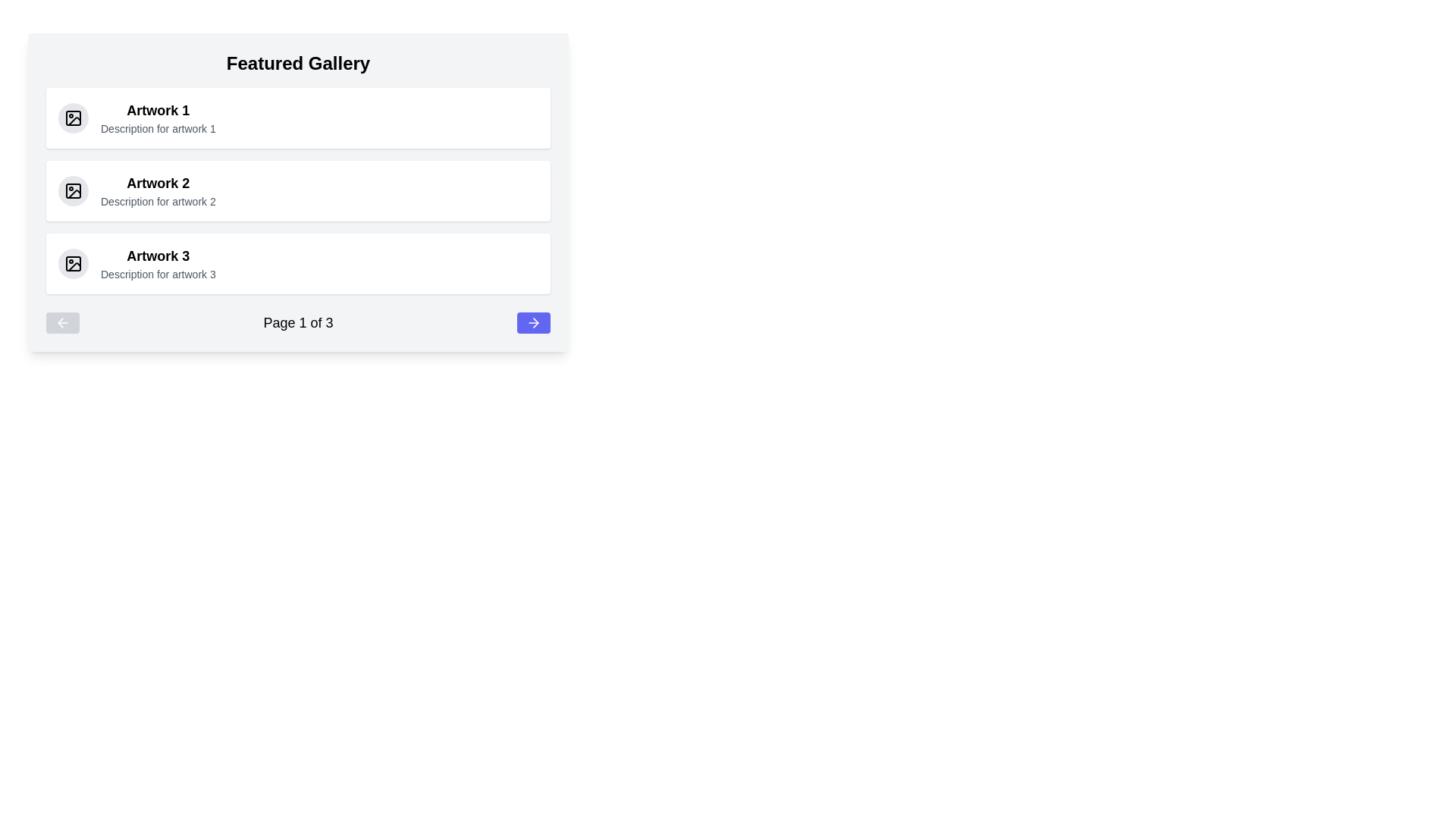 The height and width of the screenshot is (819, 1456). I want to click on the text label providing additional context for 'Artwork 3', which is positioned directly below its title in the third artwork entry of the gallery, so click(158, 275).